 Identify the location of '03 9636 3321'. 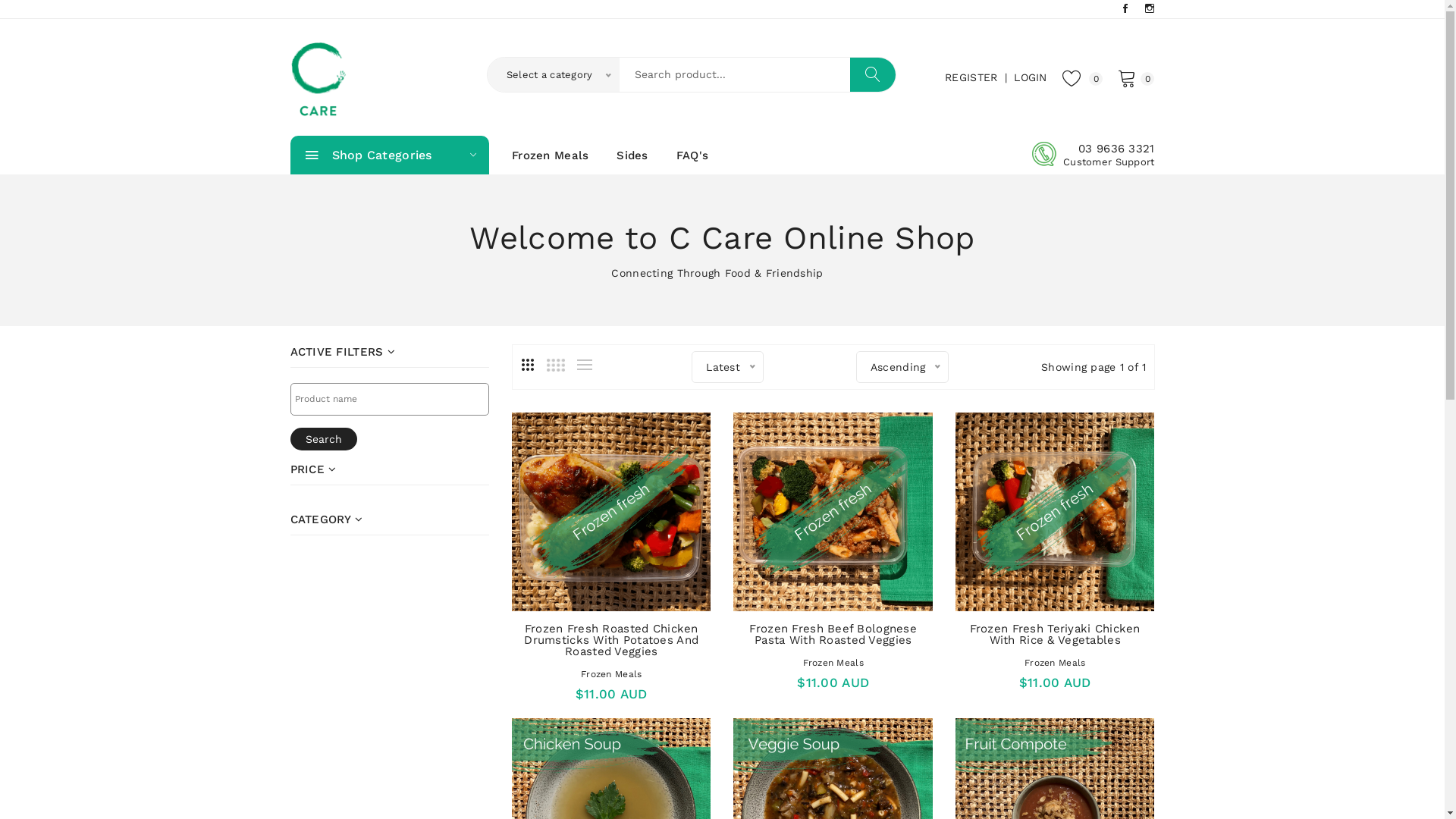
(1062, 148).